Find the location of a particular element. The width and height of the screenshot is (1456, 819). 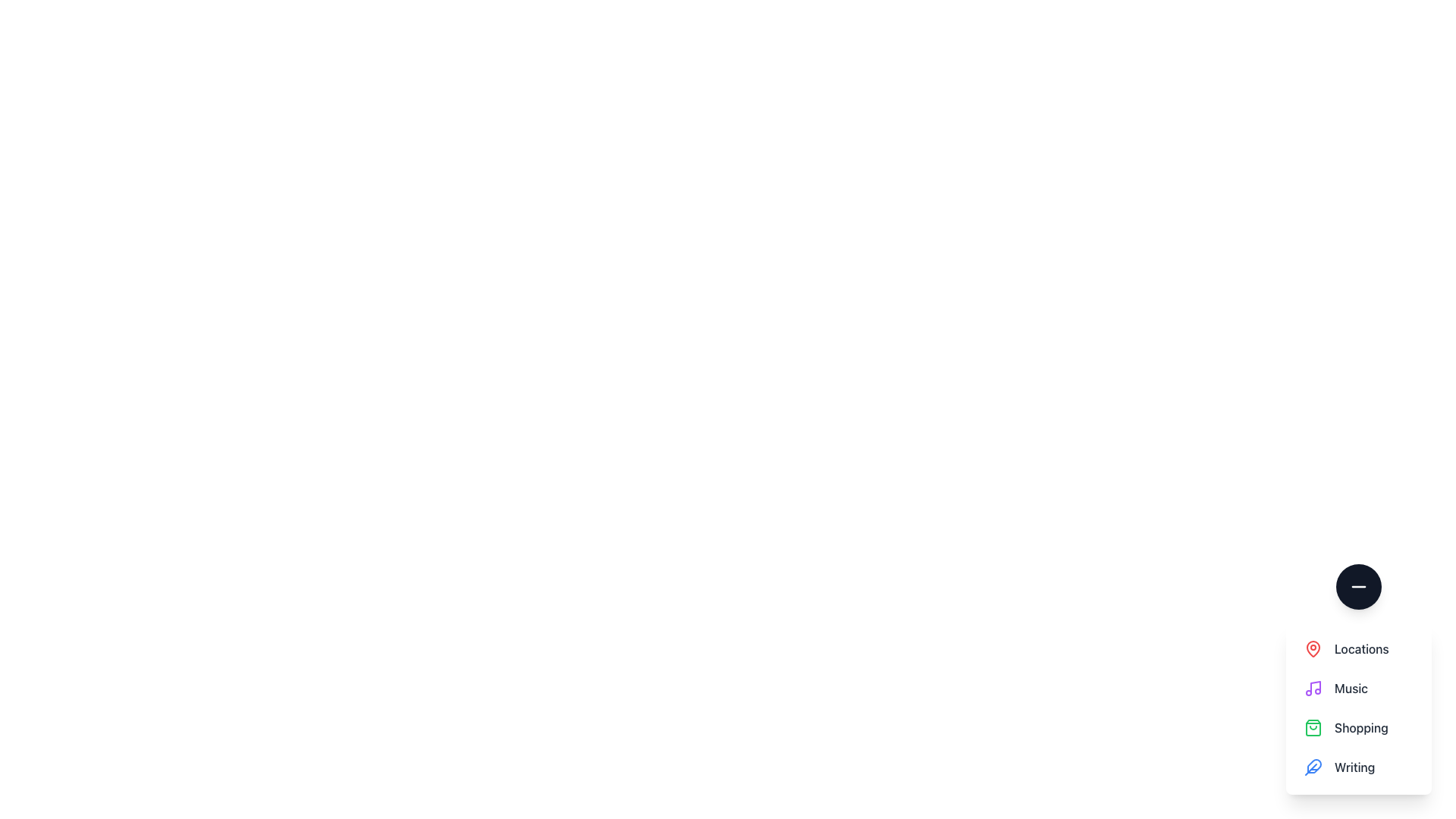

the text element which is the third item in a vertical list of options related to shopping, positioned between 'Music' and 'Writing' is located at coordinates (1361, 727).